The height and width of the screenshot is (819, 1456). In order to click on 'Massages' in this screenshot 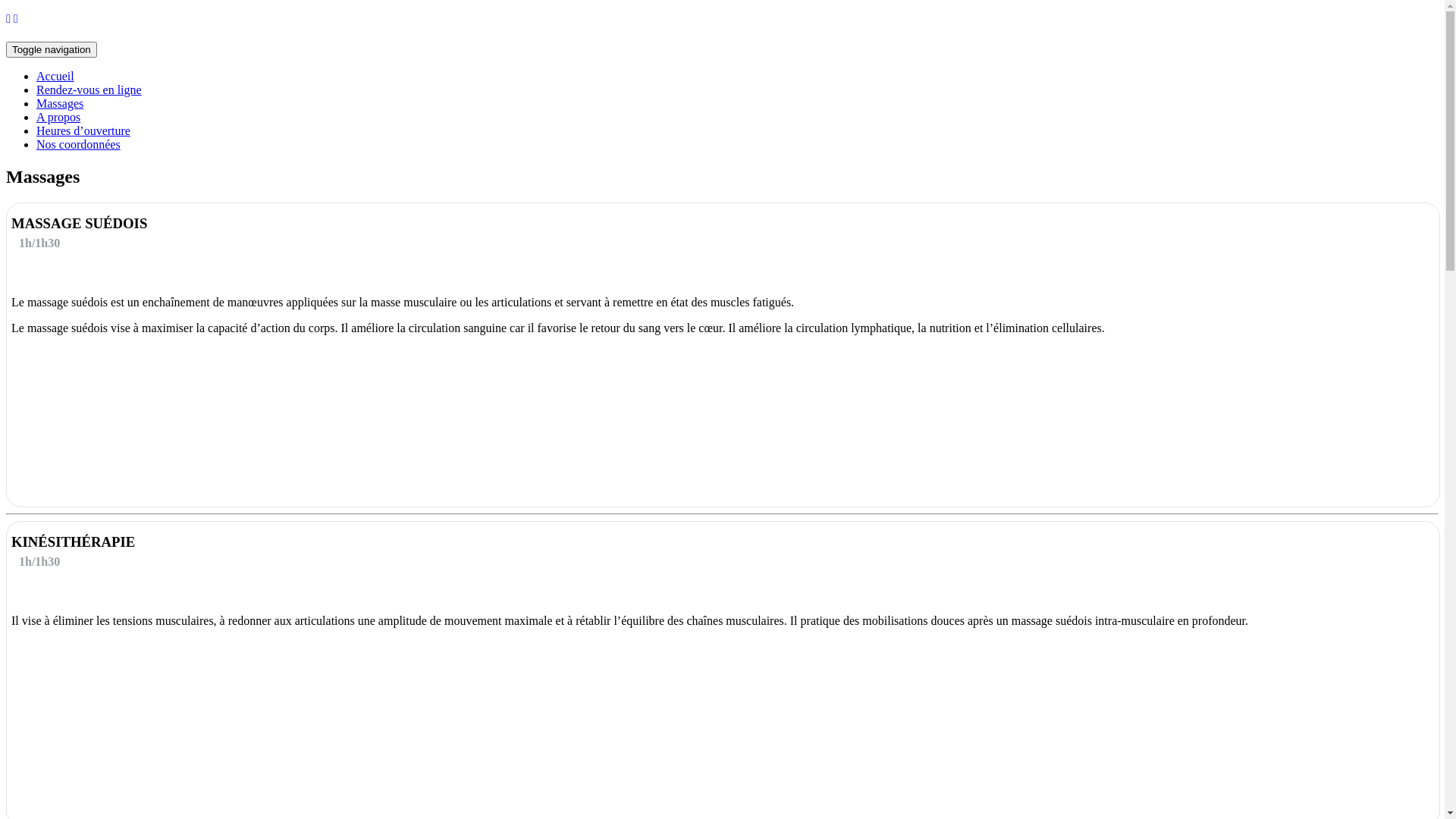, I will do `click(59, 102)`.